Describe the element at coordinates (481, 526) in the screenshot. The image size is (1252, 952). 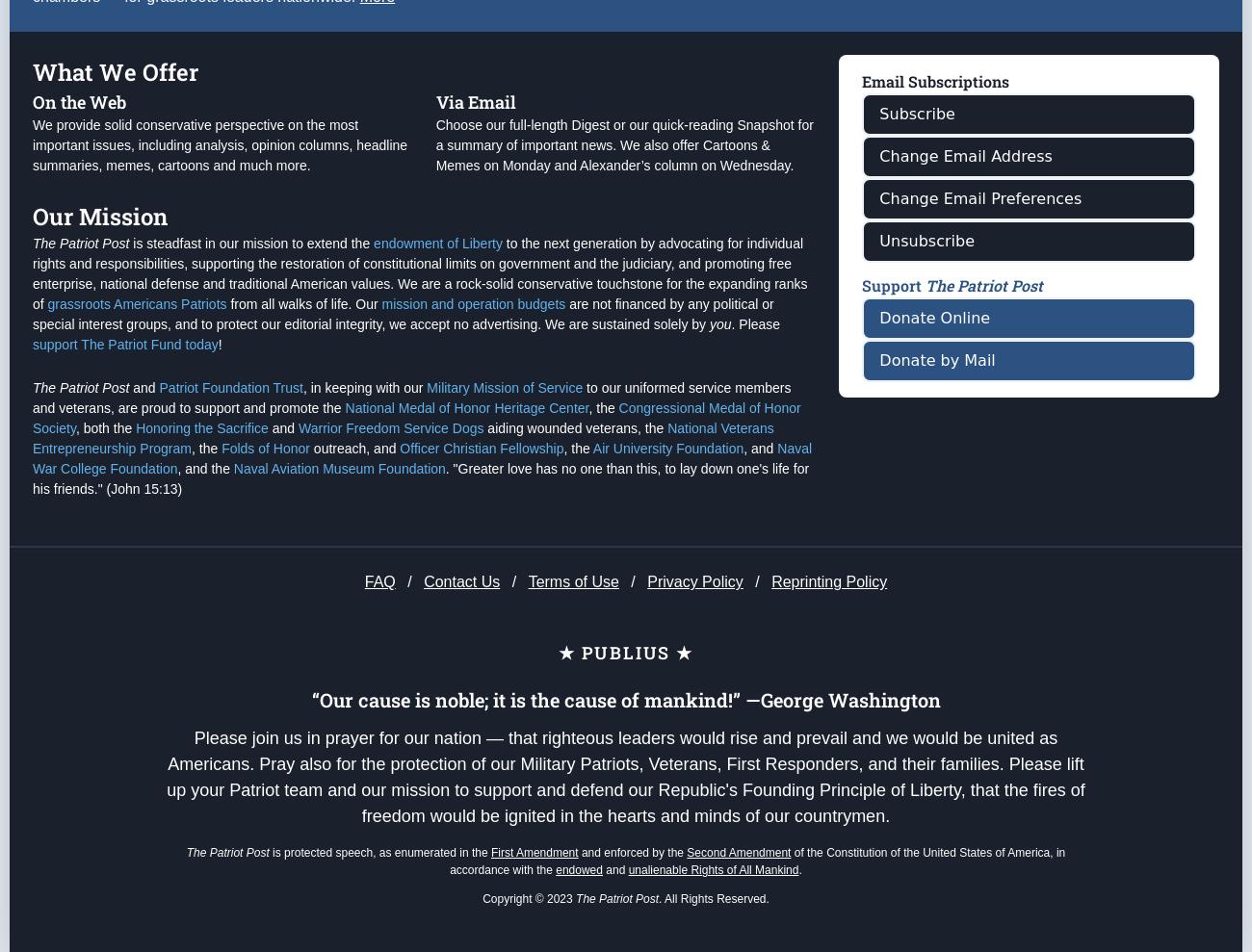
I see `'Officer Christian Fellowship'` at that location.